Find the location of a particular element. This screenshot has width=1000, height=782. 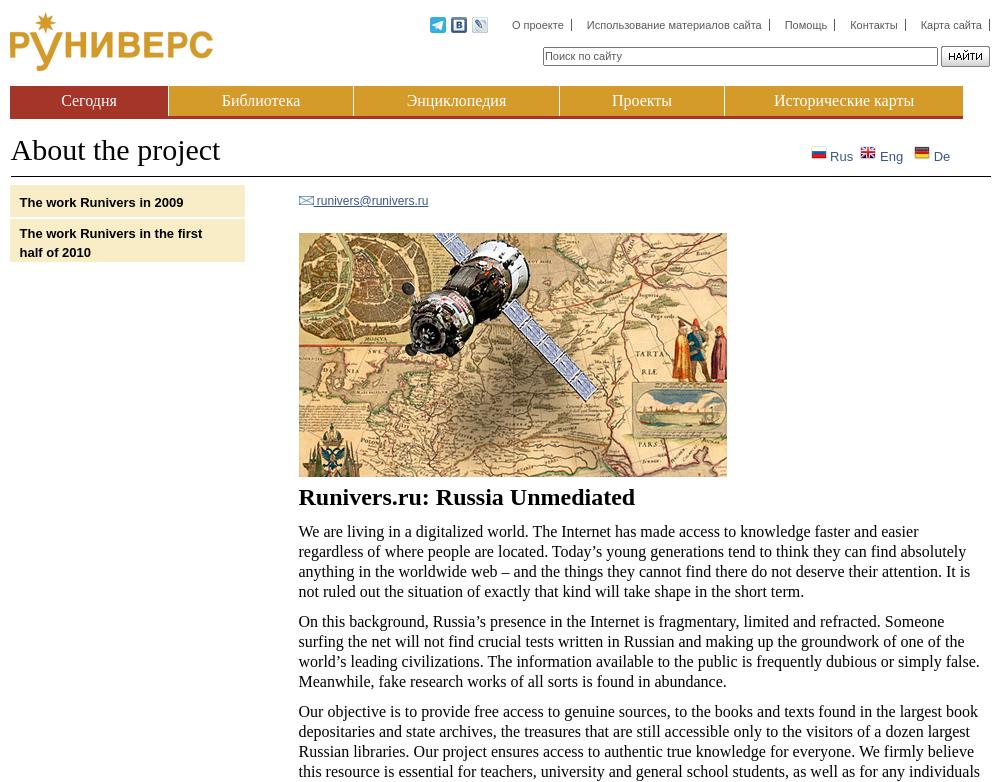

'On this background, Russia’s presence in the Internet is fragmentary, limited and refracted. Someone surfing the net will not find crucial tests written in Russian and making up the groundwork of one of the world’s leading civilizations. The information available to the public is frequently dubious or simply false. Meanwhile, fake research works of all sorts is found in abundance.' is located at coordinates (298, 650).